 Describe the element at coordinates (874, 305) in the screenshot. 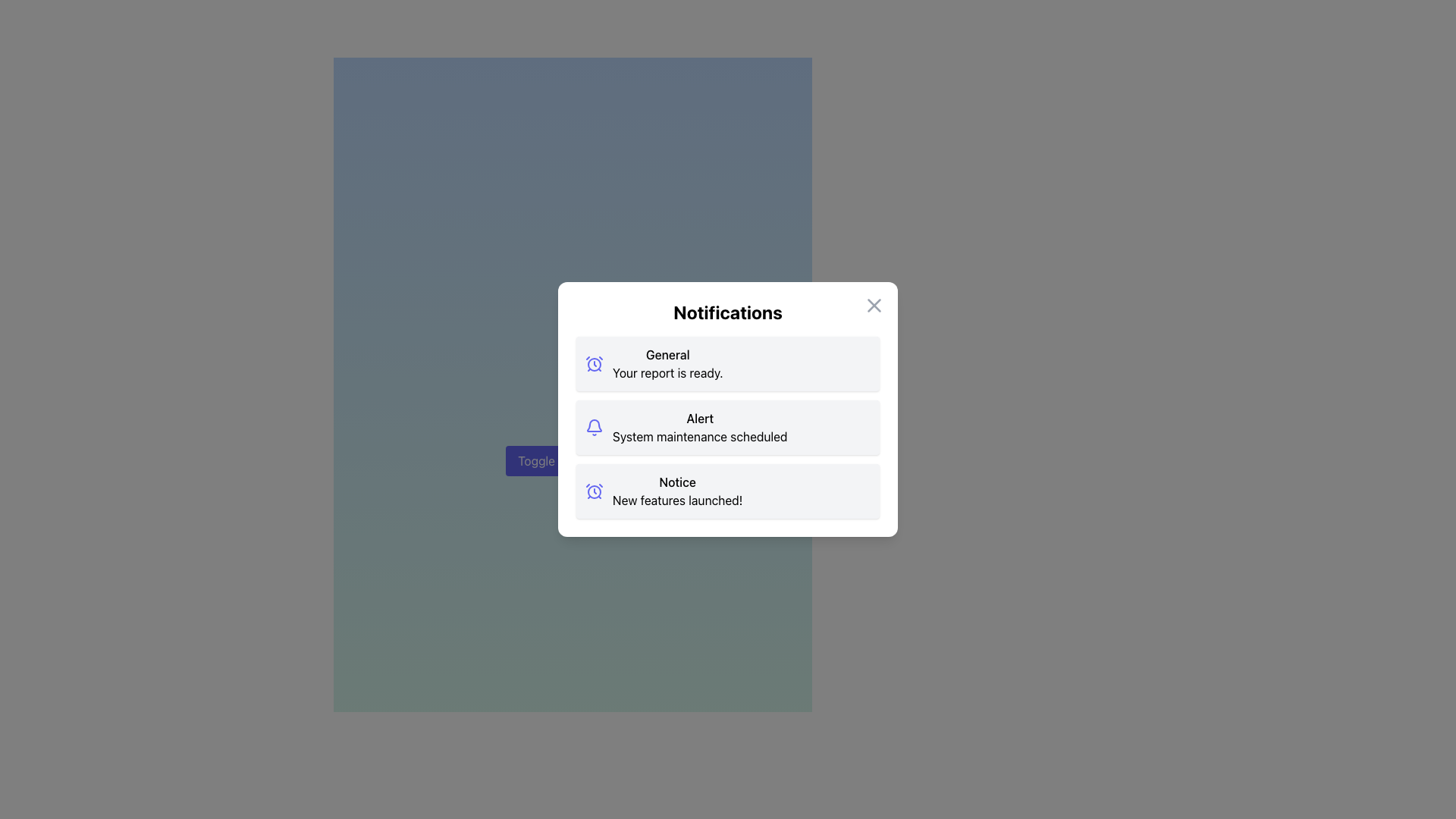

I see `the gray 'X' icon button in the top-right corner of the notification modal` at that location.